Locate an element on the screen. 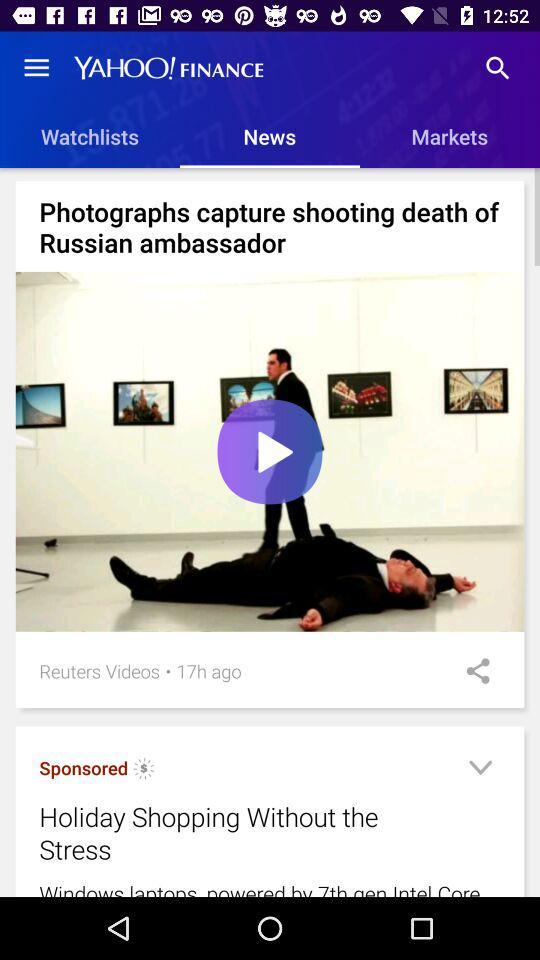 Image resolution: width=540 pixels, height=960 pixels. holiday shopping without icon is located at coordinates (245, 833).